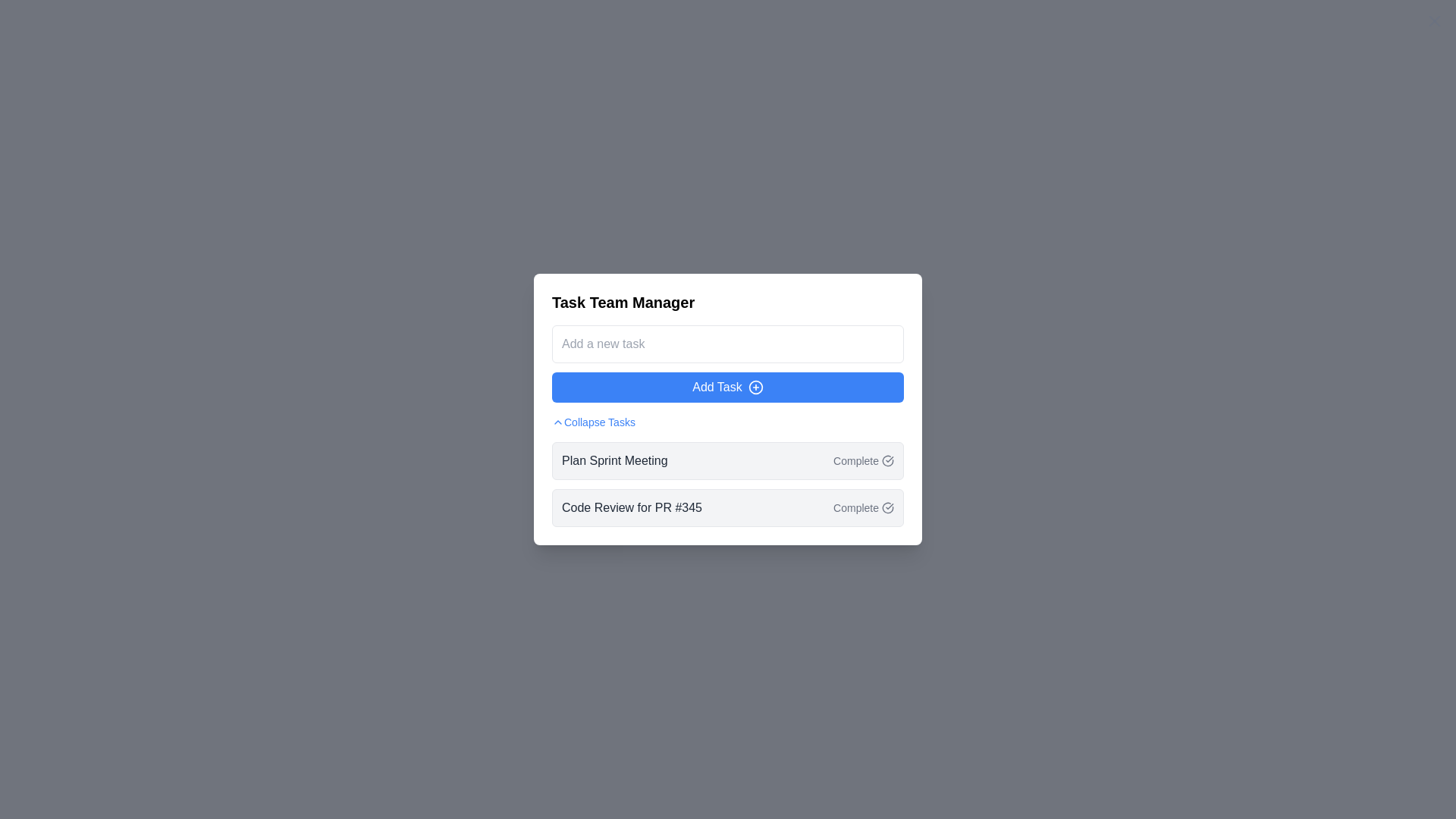  I want to click on the completion icon located to the right of the task title 'Code Review for PR #345', adjacent to the text 'Complete', so click(888, 508).